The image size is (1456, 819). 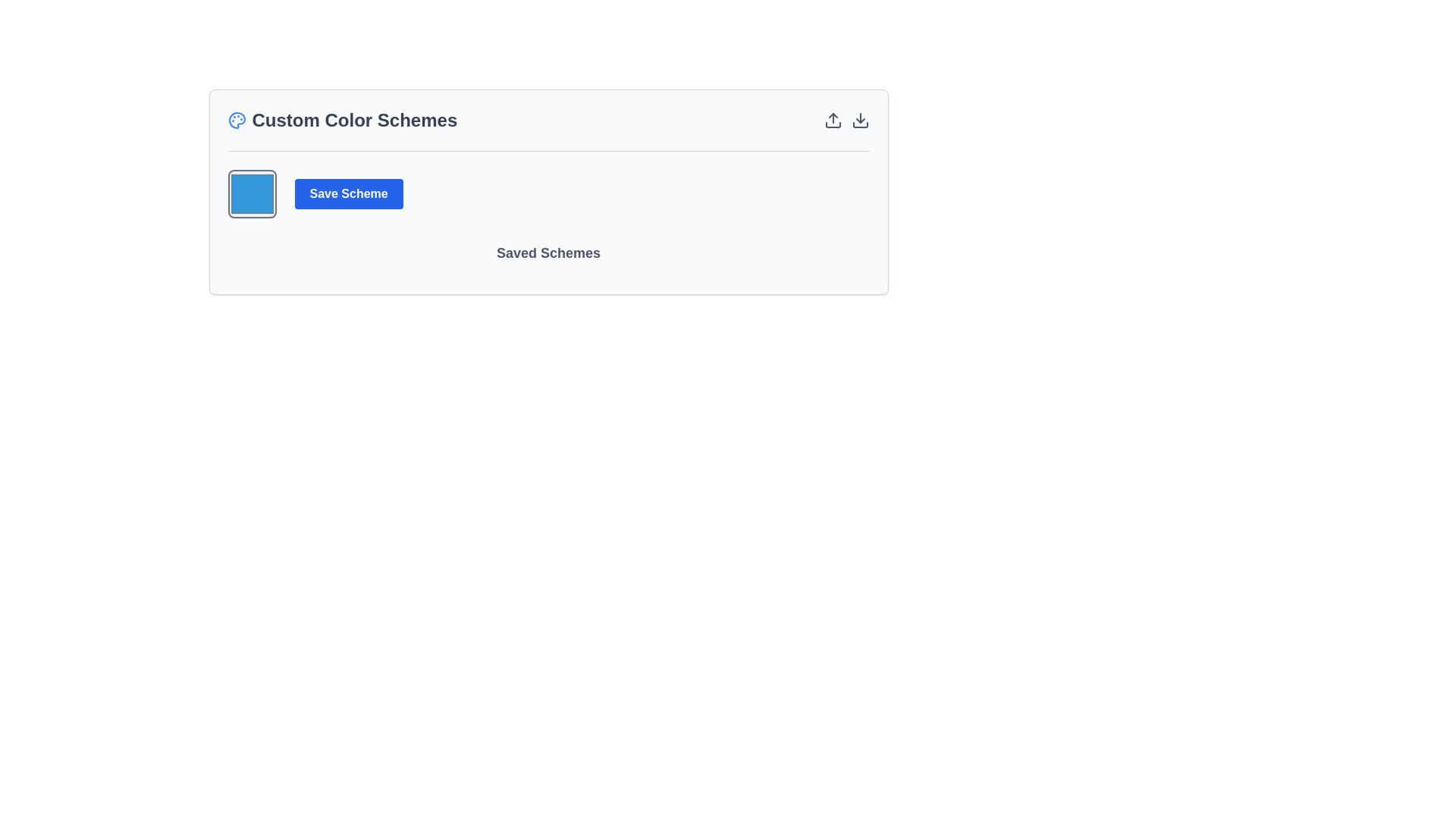 I want to click on the down-facing arrow icon in the Interactive Icon Group to initiate the export action, so click(x=846, y=119).